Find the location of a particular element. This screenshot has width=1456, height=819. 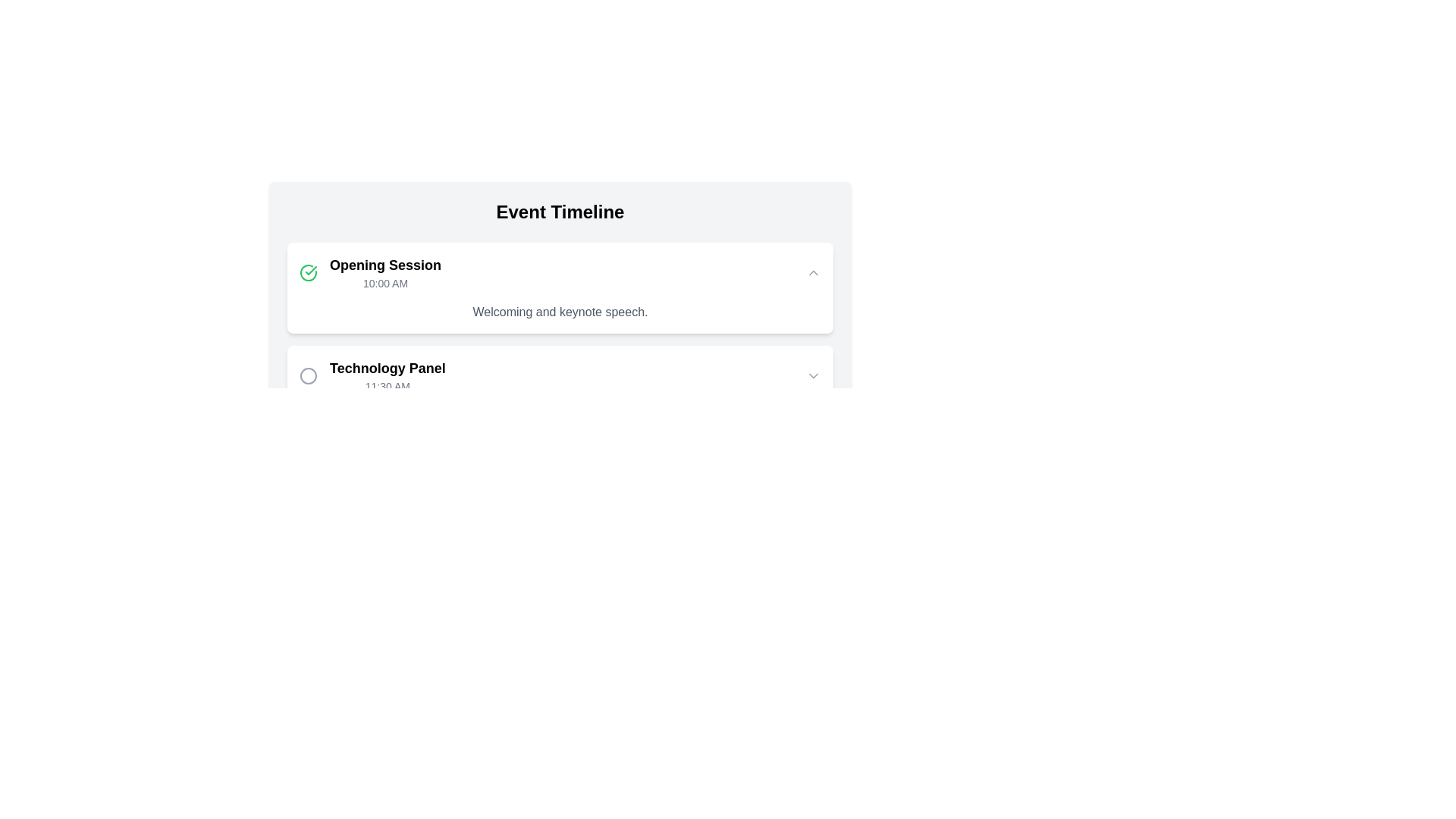

the icon located to the left of the 'Technology Panel' text in the event timeline, which indicates a status or category for the event at 11:30 AM is located at coordinates (308, 375).